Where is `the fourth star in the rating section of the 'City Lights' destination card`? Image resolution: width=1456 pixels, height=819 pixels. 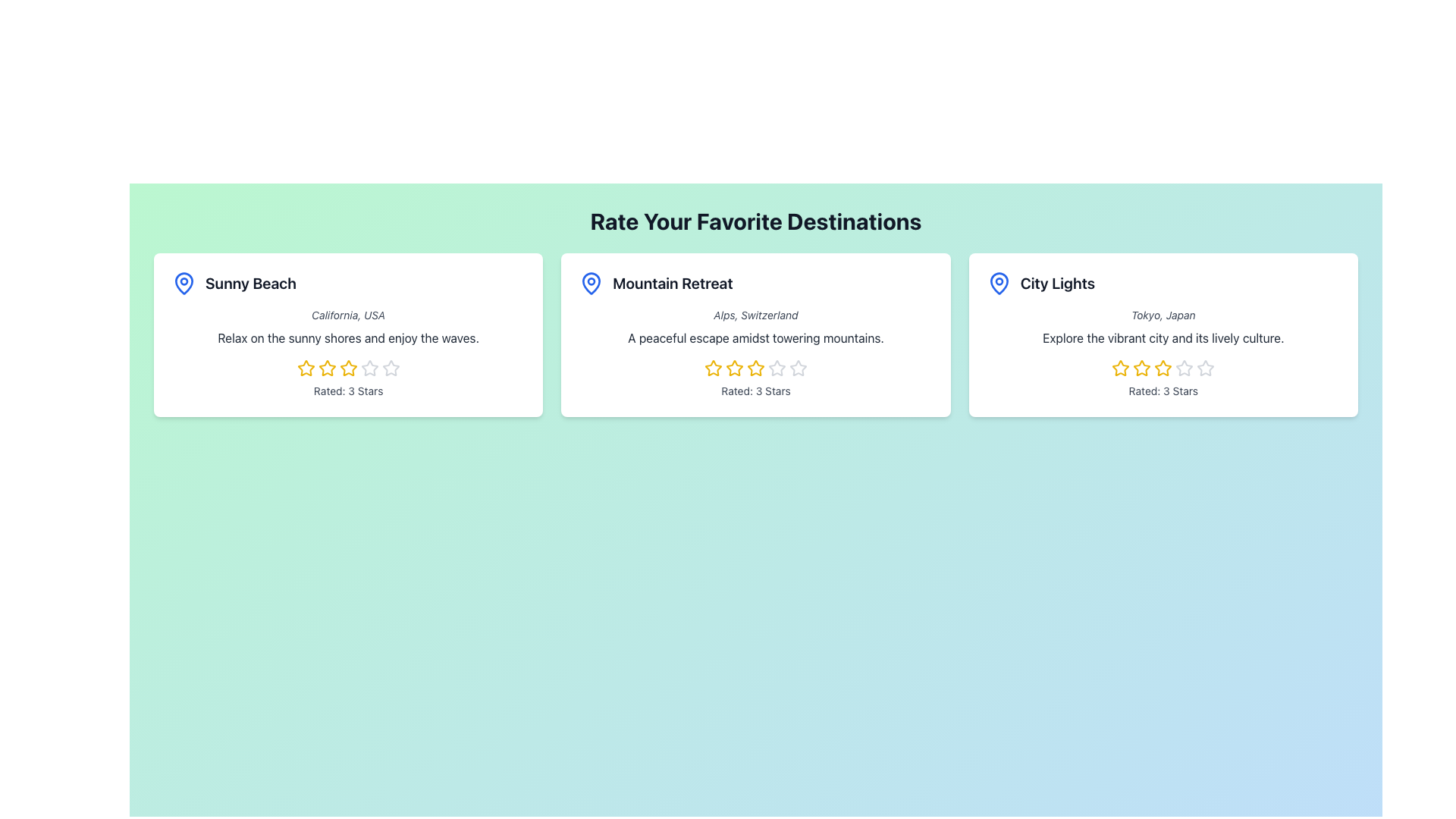
the fourth star in the rating section of the 'City Lights' destination card is located at coordinates (1163, 369).